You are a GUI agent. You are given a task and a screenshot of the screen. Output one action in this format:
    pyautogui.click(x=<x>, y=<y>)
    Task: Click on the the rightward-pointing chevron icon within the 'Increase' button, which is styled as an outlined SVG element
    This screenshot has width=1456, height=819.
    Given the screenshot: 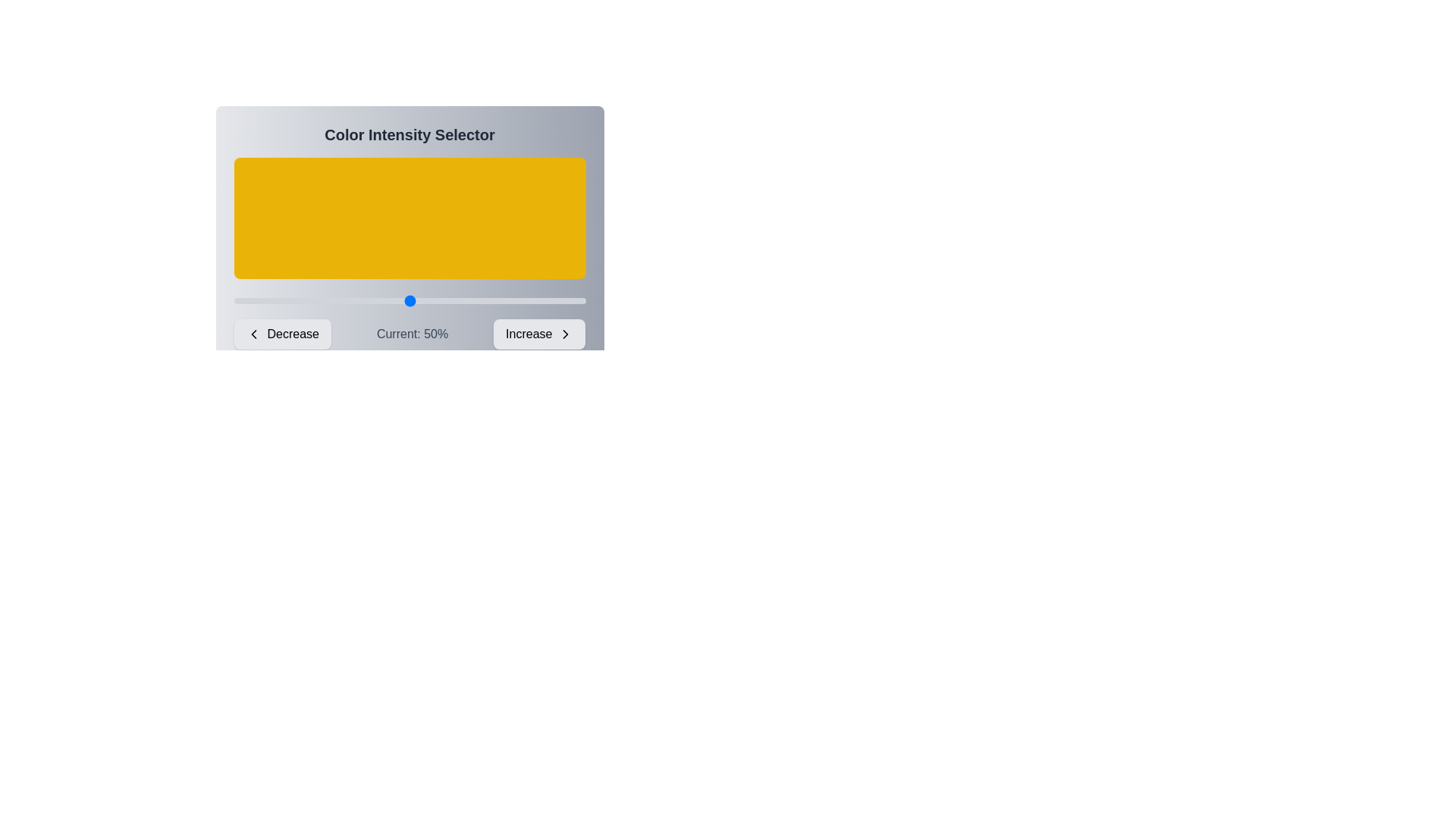 What is the action you would take?
    pyautogui.click(x=565, y=333)
    